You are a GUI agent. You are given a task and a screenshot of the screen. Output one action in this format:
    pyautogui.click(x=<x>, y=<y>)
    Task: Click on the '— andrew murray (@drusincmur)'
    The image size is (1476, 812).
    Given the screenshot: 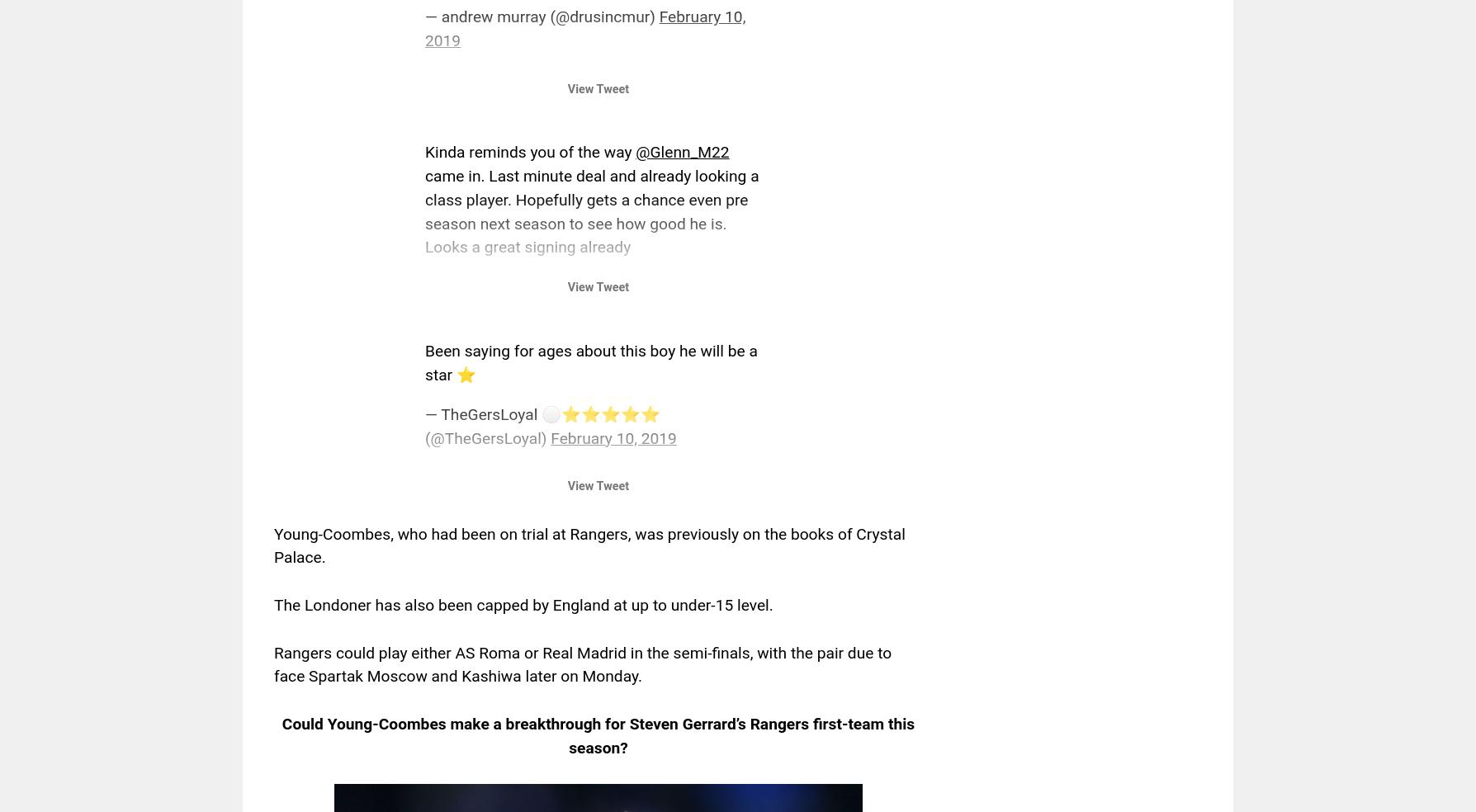 What is the action you would take?
    pyautogui.click(x=542, y=16)
    